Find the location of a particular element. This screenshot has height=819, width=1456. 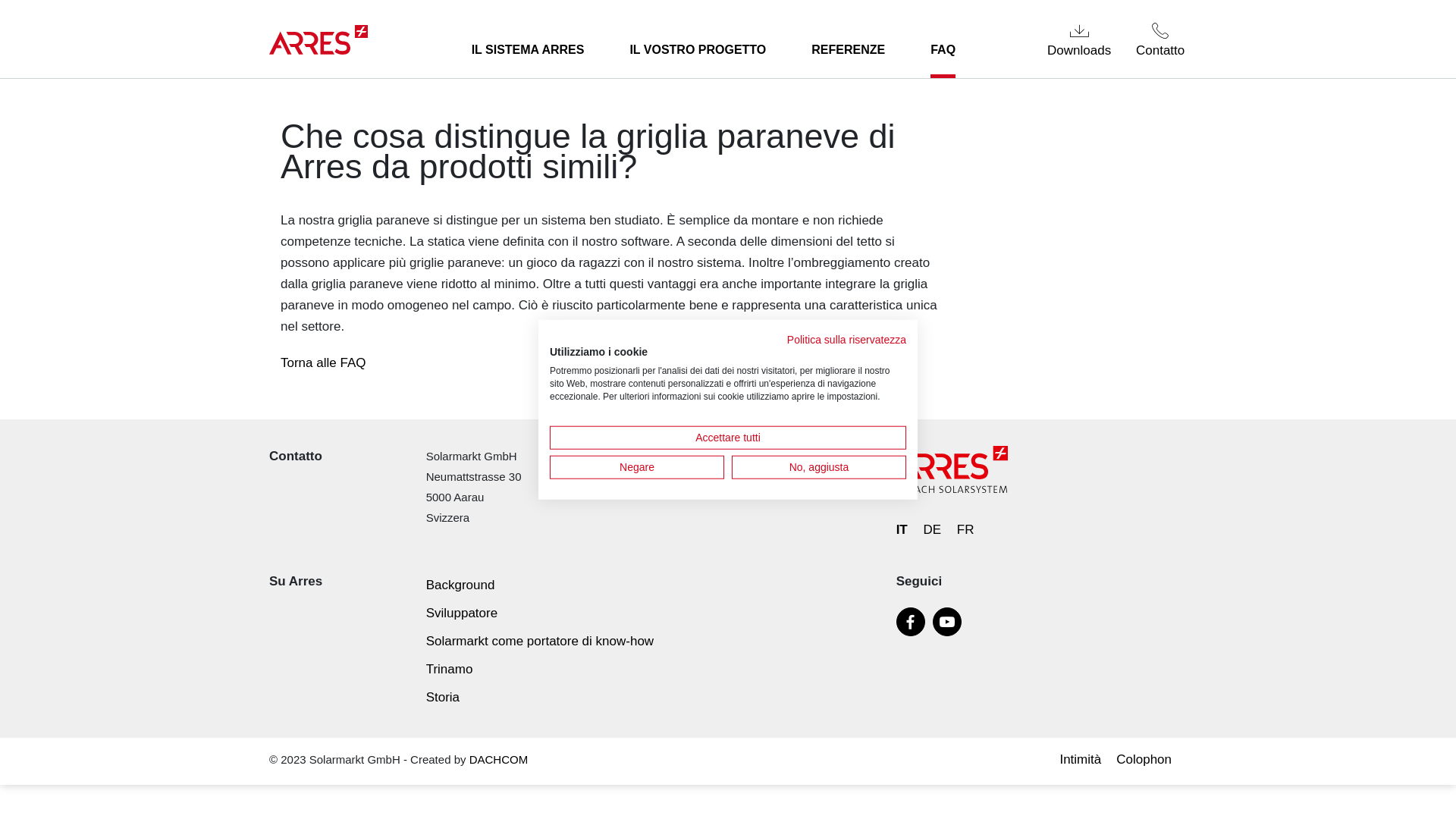

'FR' is located at coordinates (965, 529).